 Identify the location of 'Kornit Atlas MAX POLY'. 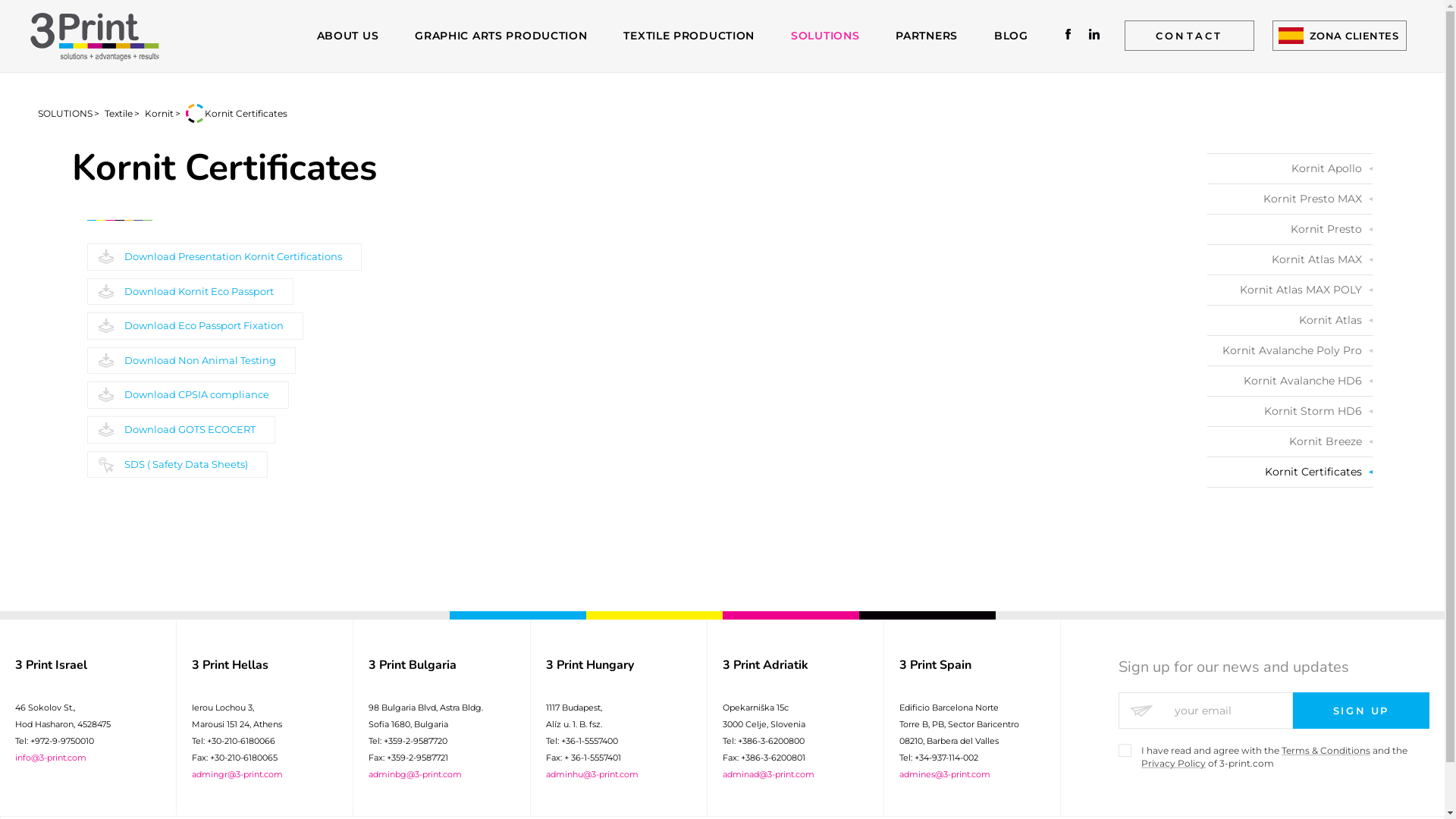
(1207, 290).